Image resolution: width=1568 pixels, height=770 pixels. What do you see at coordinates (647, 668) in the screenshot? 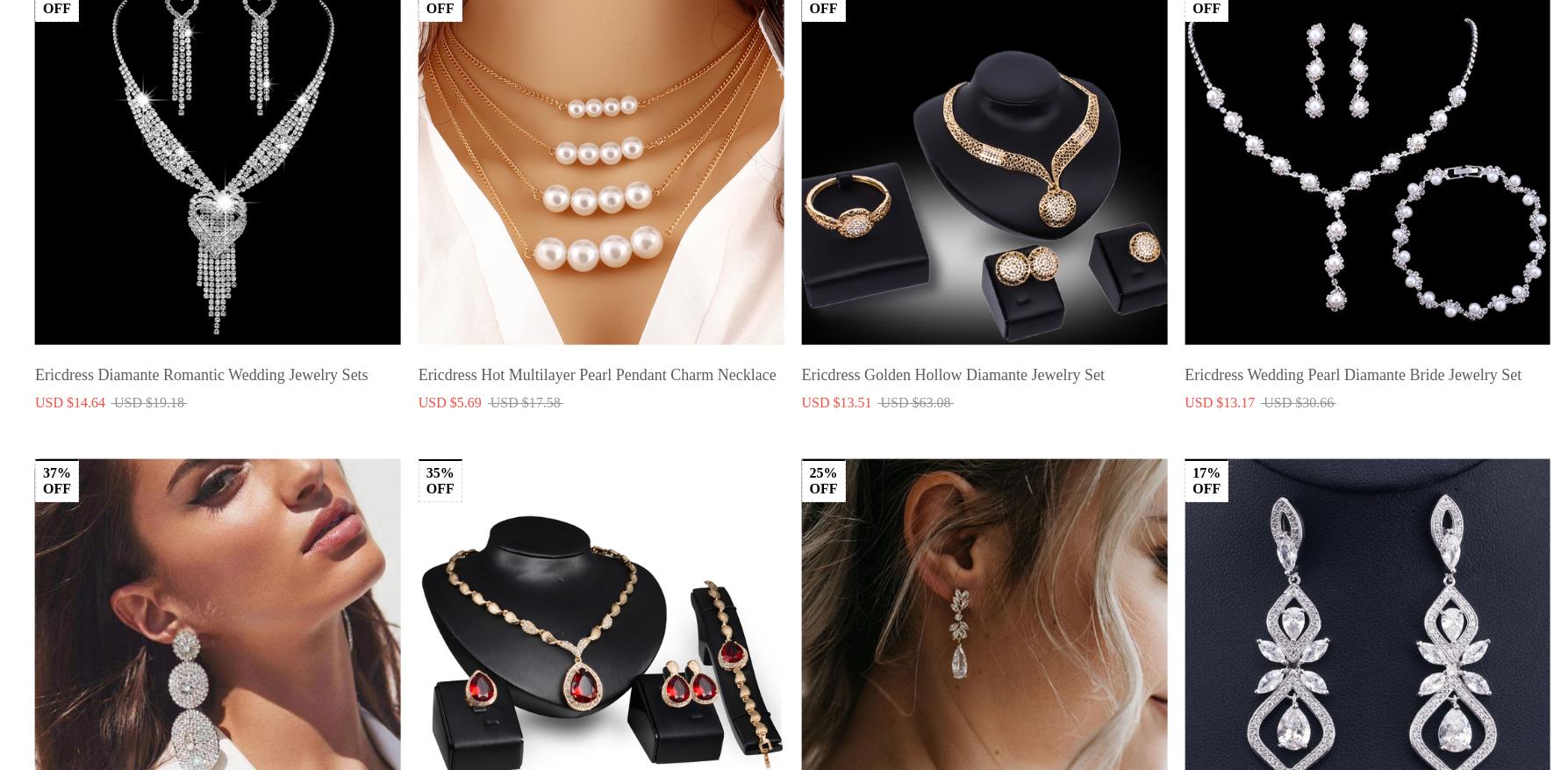
I see `'POLICYS'` at bounding box center [647, 668].